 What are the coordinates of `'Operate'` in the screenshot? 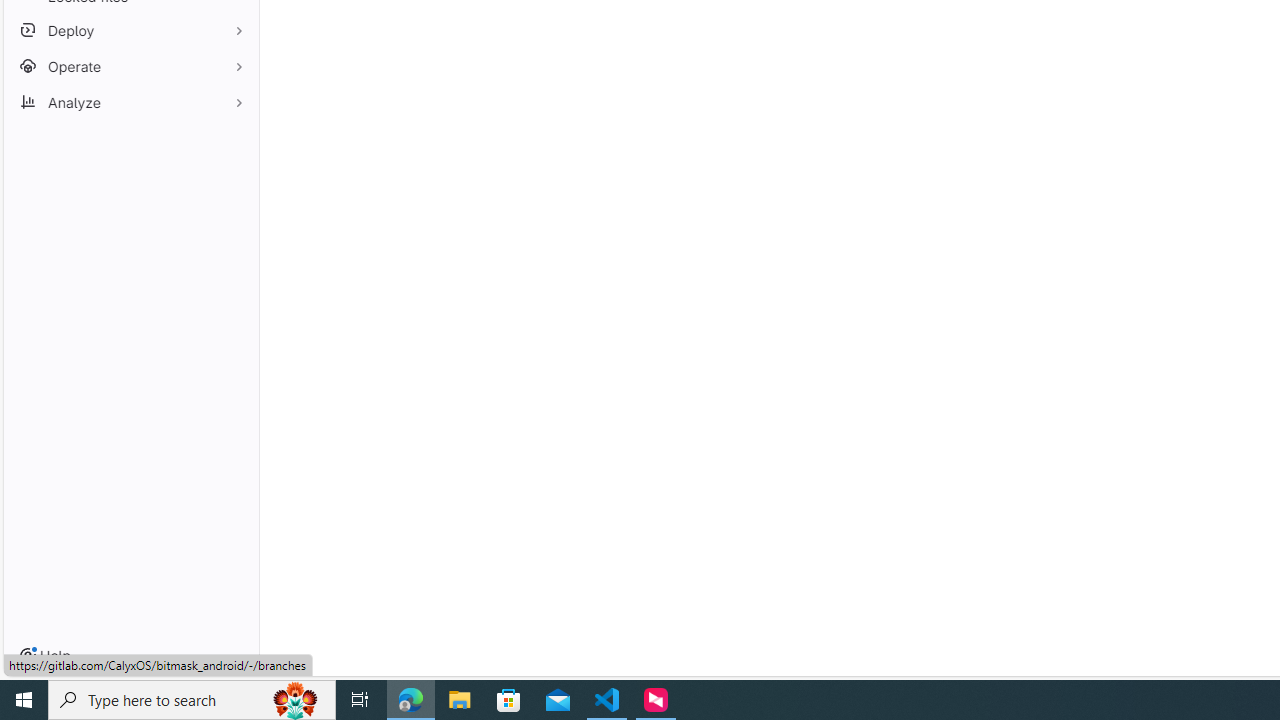 It's located at (130, 65).